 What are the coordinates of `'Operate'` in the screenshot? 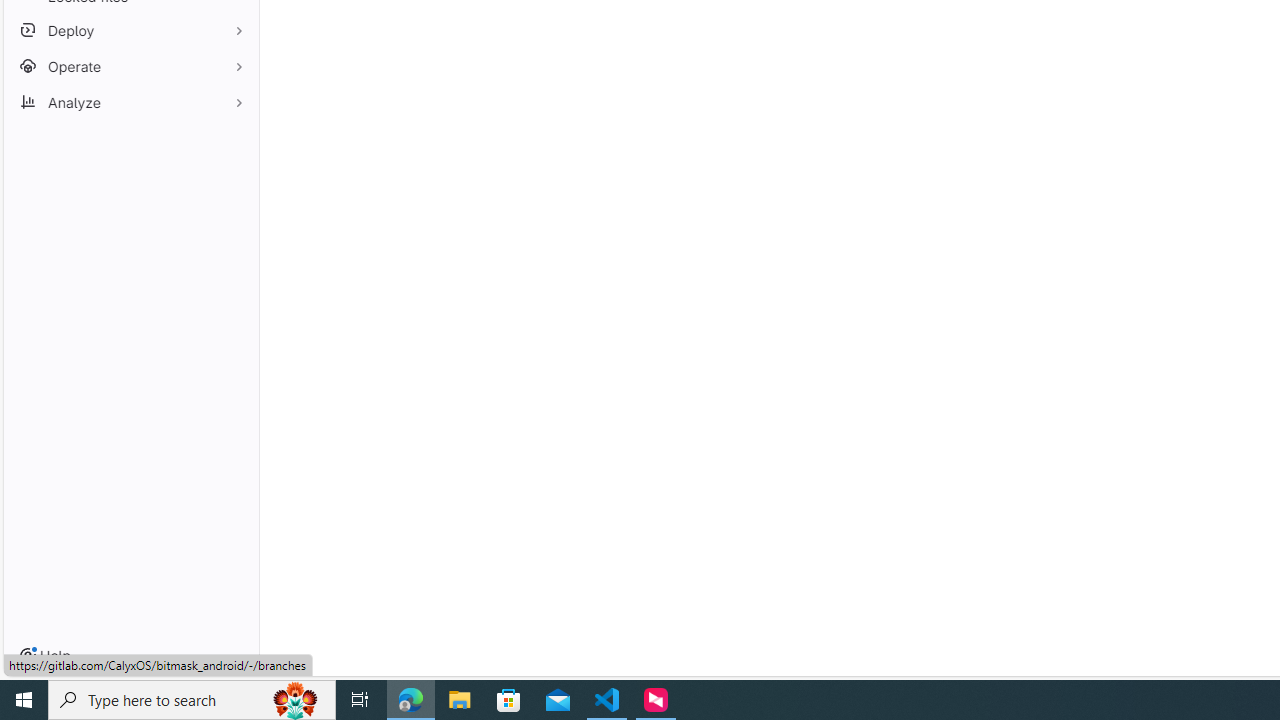 It's located at (130, 65).